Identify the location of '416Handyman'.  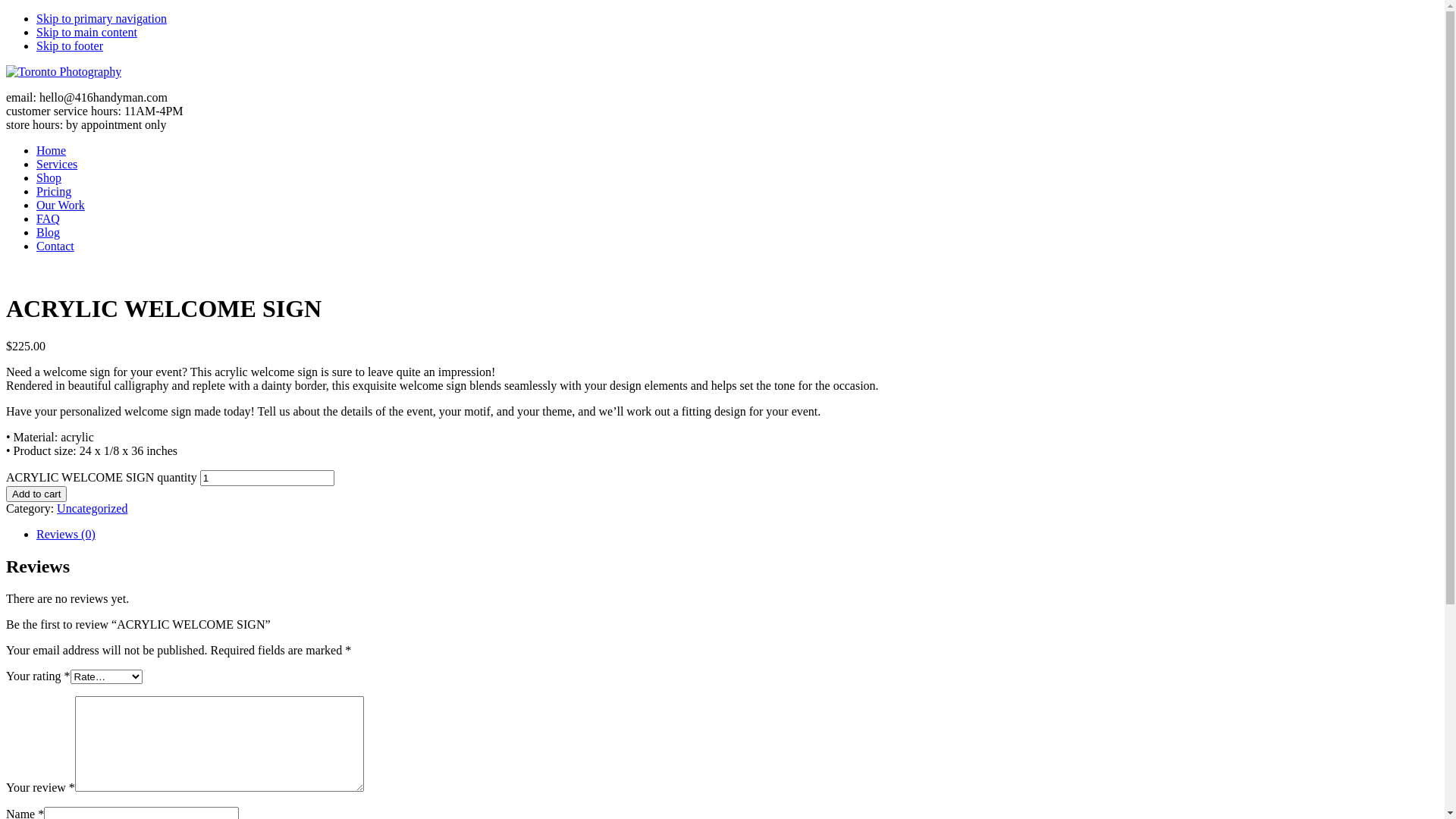
(62, 71).